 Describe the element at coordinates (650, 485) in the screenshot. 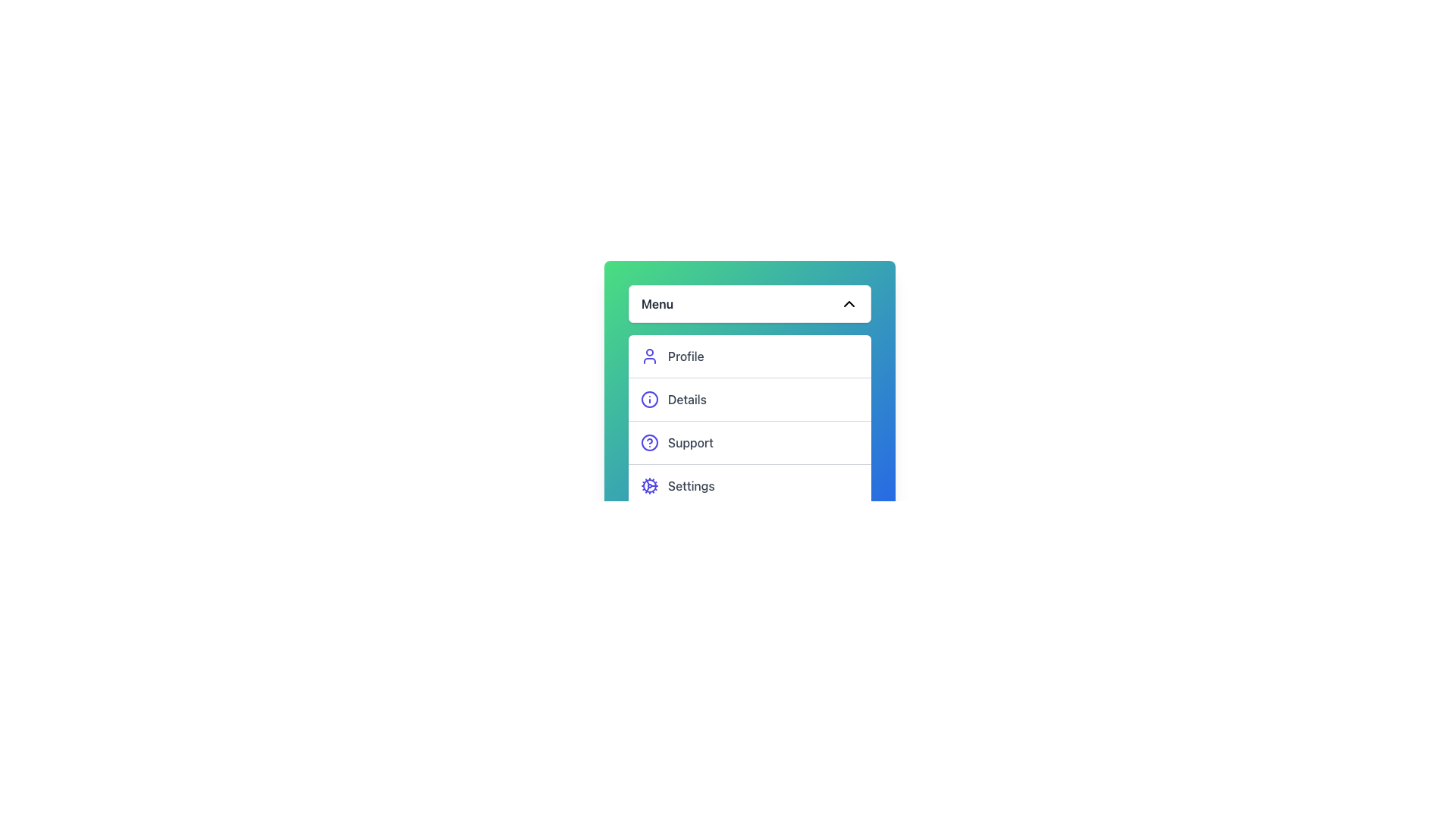

I see `the settings cog icon` at that location.